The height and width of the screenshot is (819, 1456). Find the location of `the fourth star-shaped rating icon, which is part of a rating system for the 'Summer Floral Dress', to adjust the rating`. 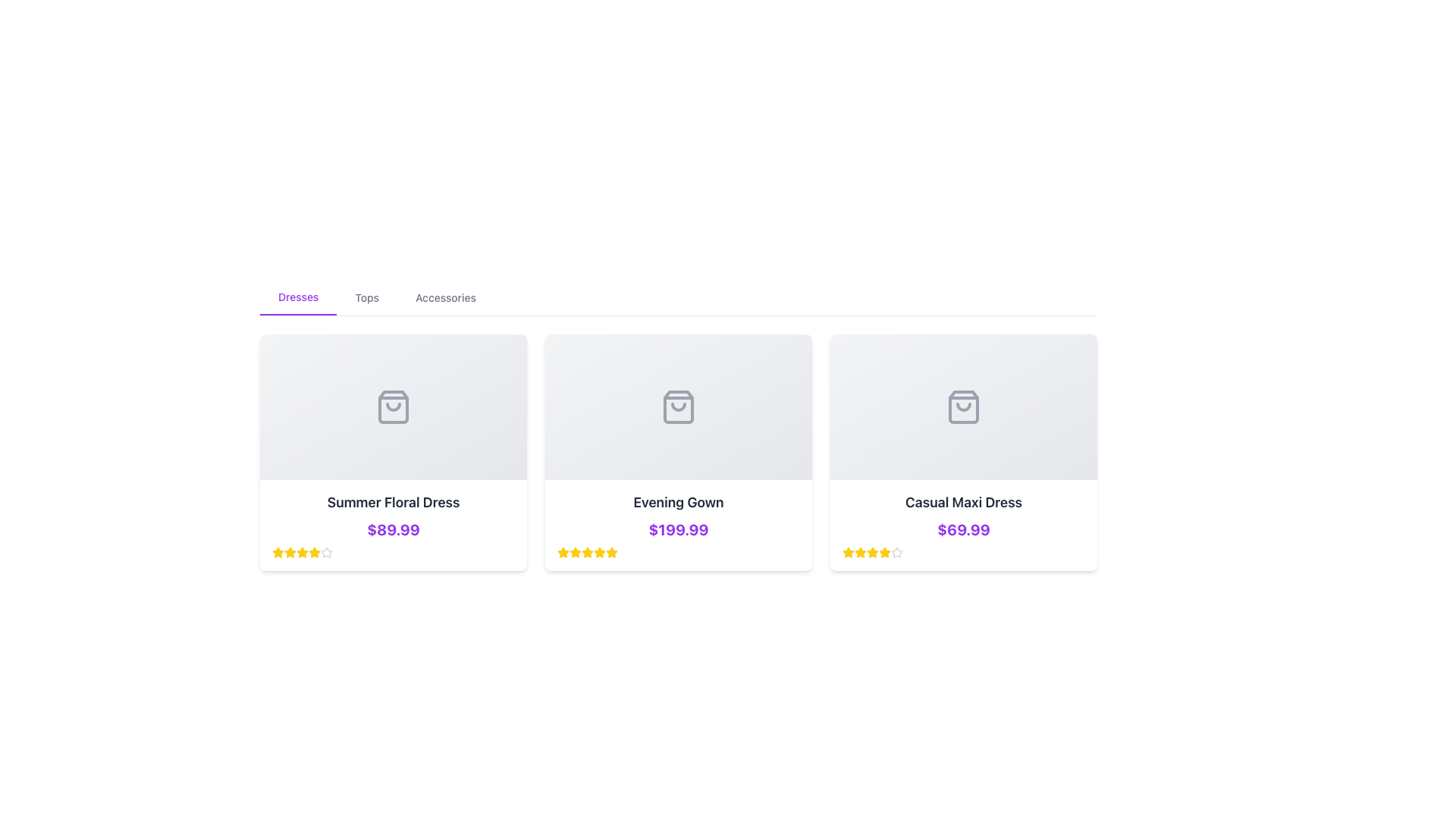

the fourth star-shaped rating icon, which is part of a rating system for the 'Summer Floral Dress', to adjust the rating is located at coordinates (278, 552).